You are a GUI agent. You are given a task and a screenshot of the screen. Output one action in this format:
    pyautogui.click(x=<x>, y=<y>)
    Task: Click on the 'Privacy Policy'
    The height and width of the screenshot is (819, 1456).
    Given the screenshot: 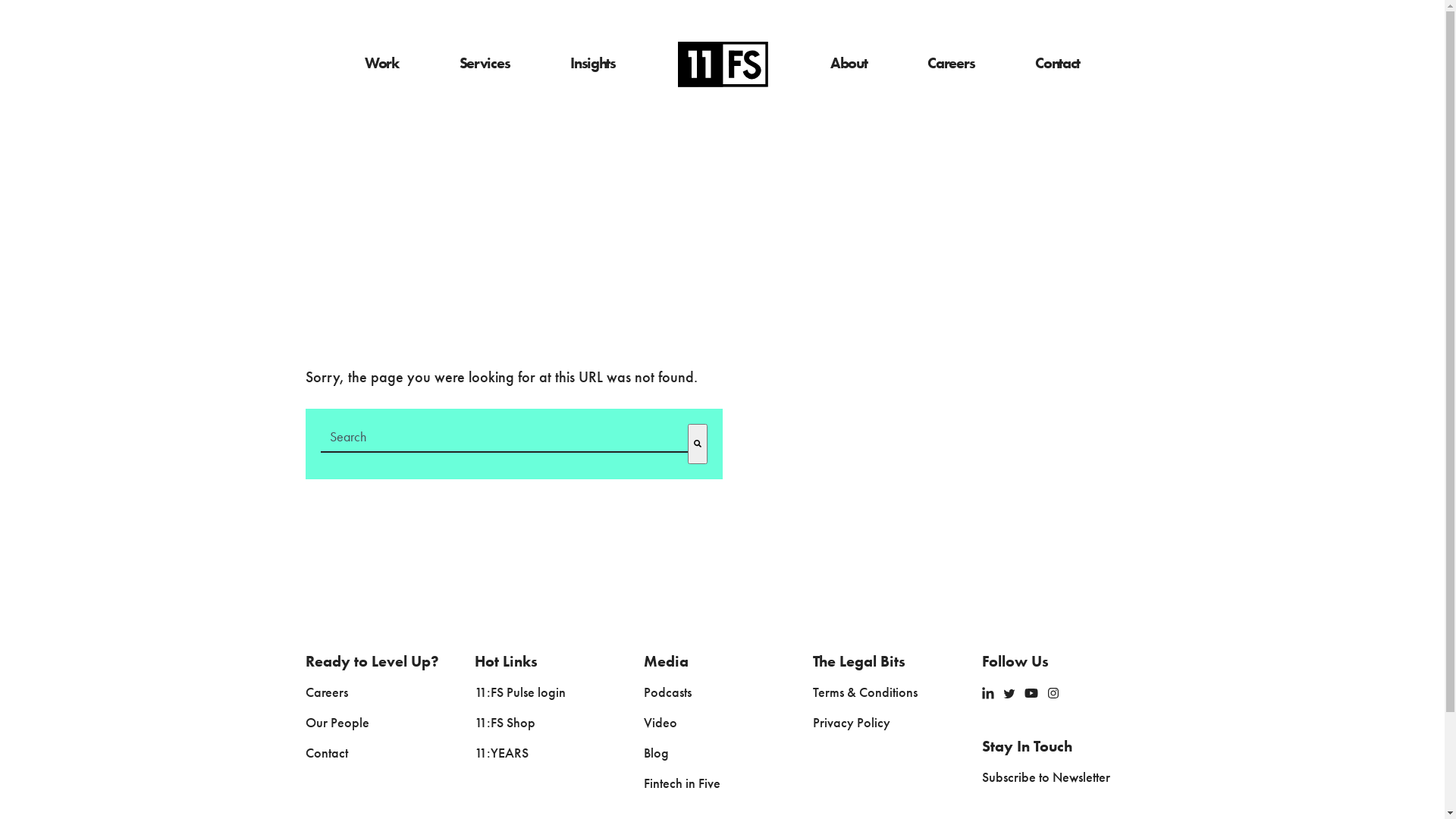 What is the action you would take?
    pyautogui.click(x=852, y=722)
    